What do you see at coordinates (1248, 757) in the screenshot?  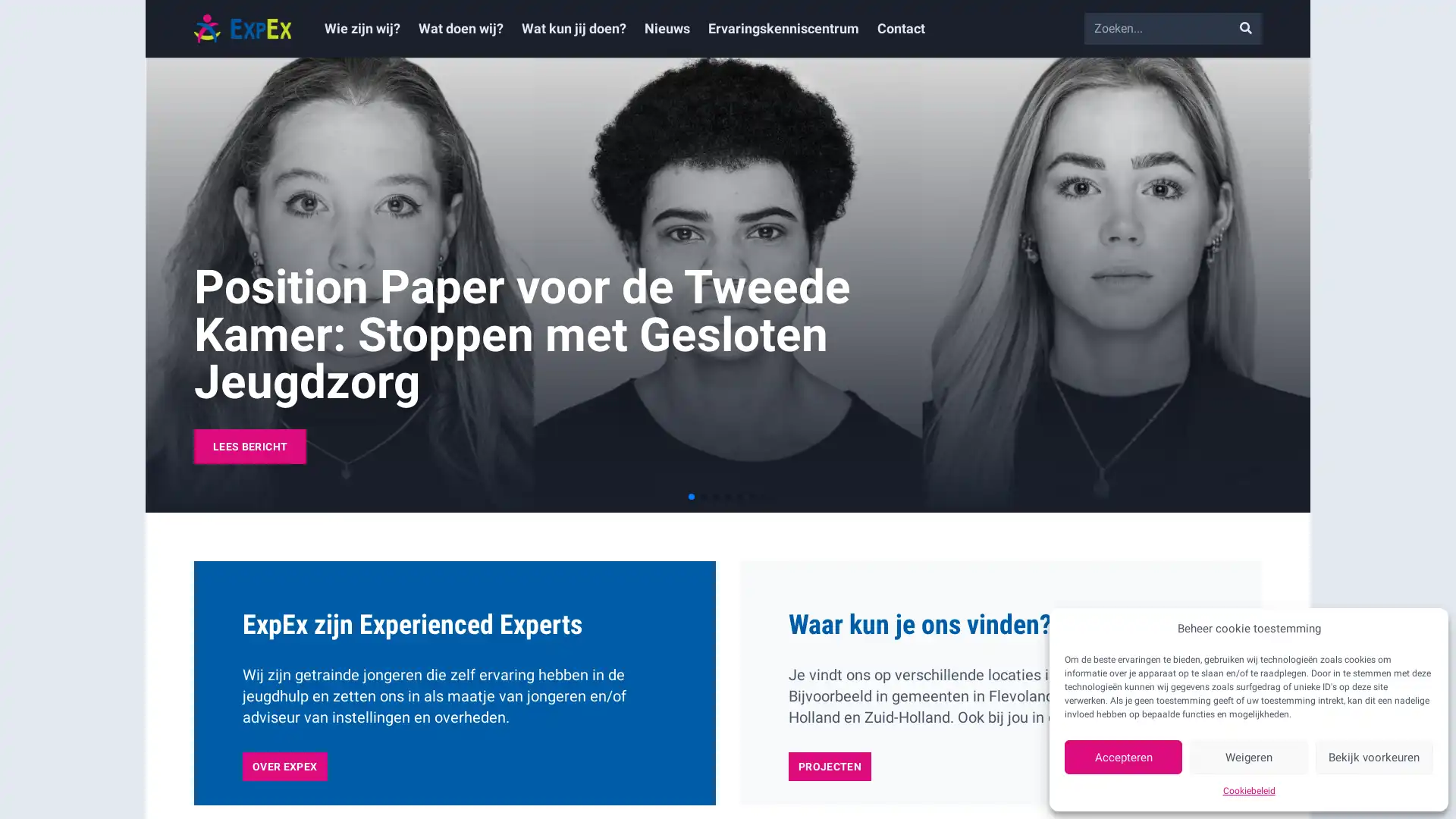 I see `Weigeren` at bounding box center [1248, 757].